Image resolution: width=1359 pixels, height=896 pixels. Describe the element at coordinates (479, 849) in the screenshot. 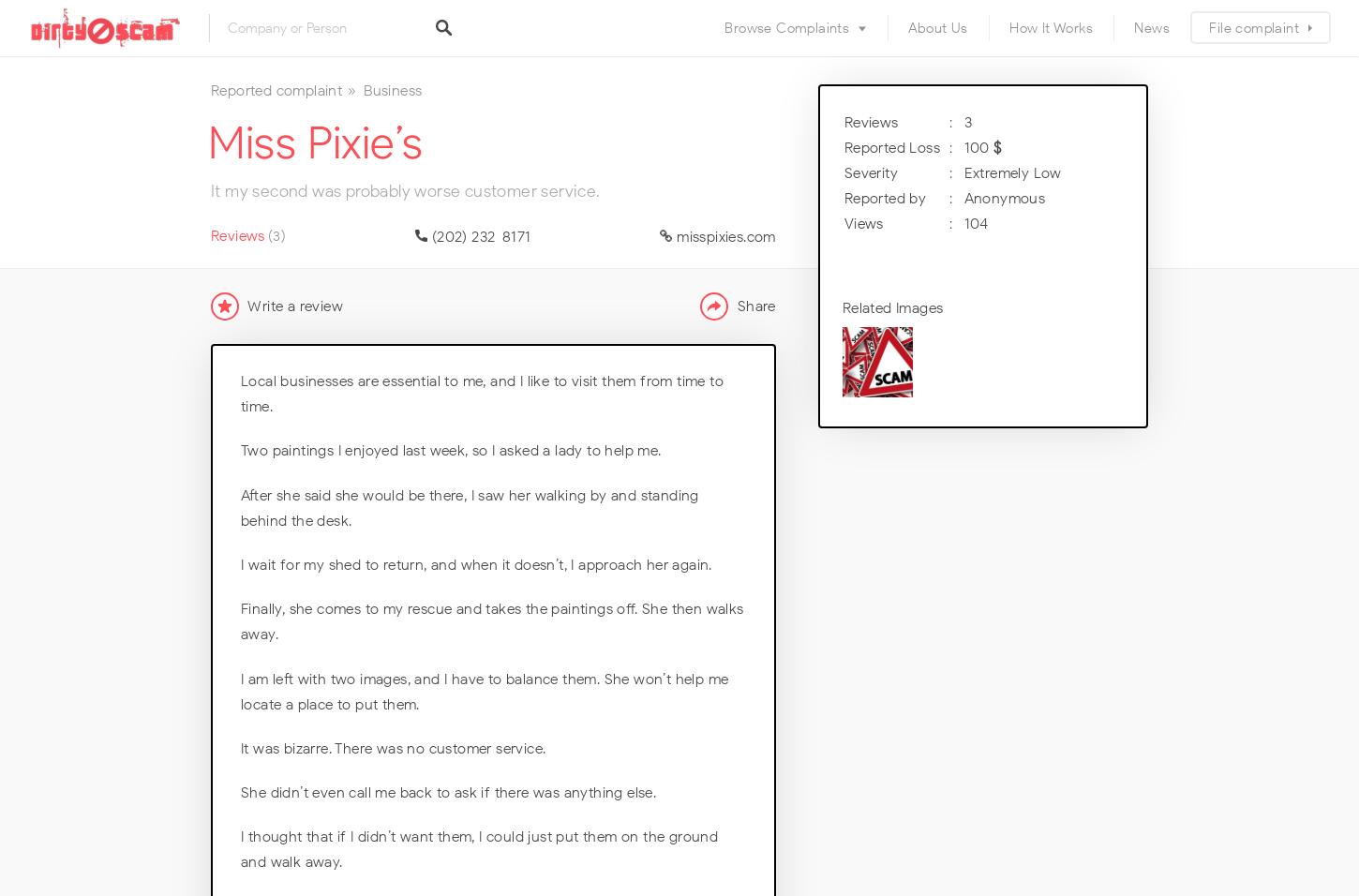

I see `'I thought that if I didn’t want them, I could just put them on the ground and walk away.'` at that location.